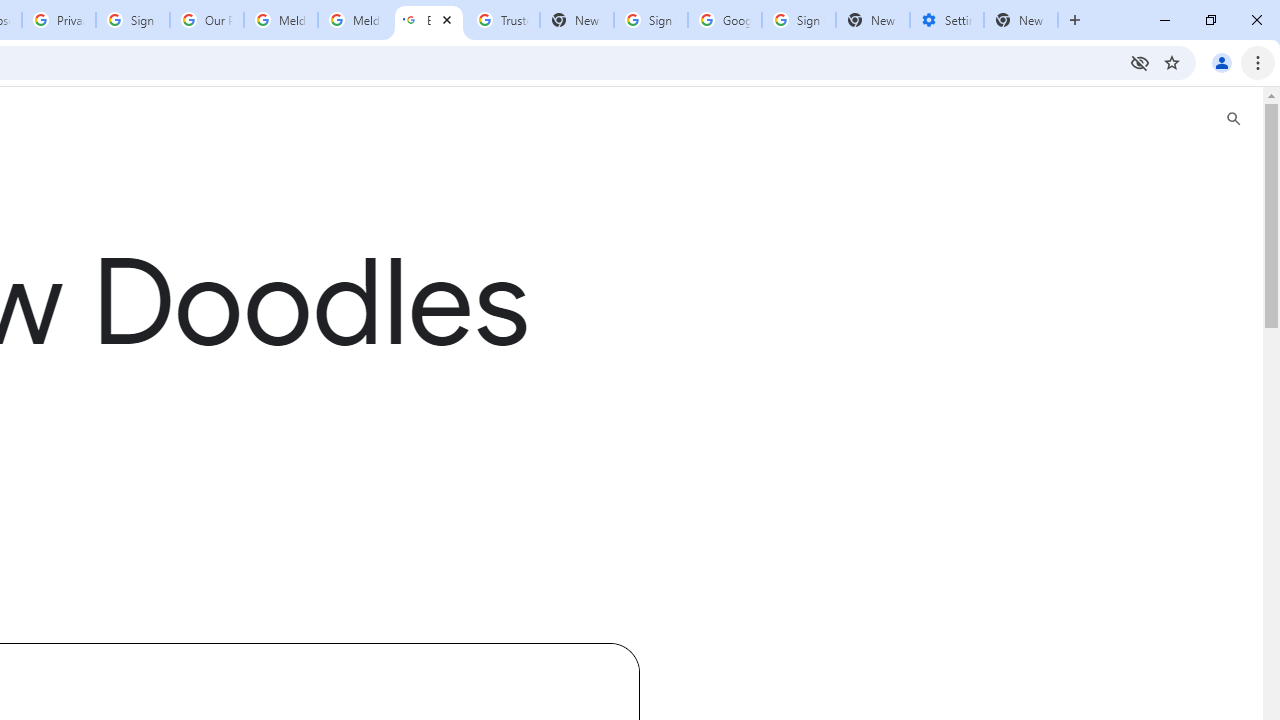 The width and height of the screenshot is (1280, 720). What do you see at coordinates (946, 20) in the screenshot?
I see `'Settings - Addresses and more'` at bounding box center [946, 20].